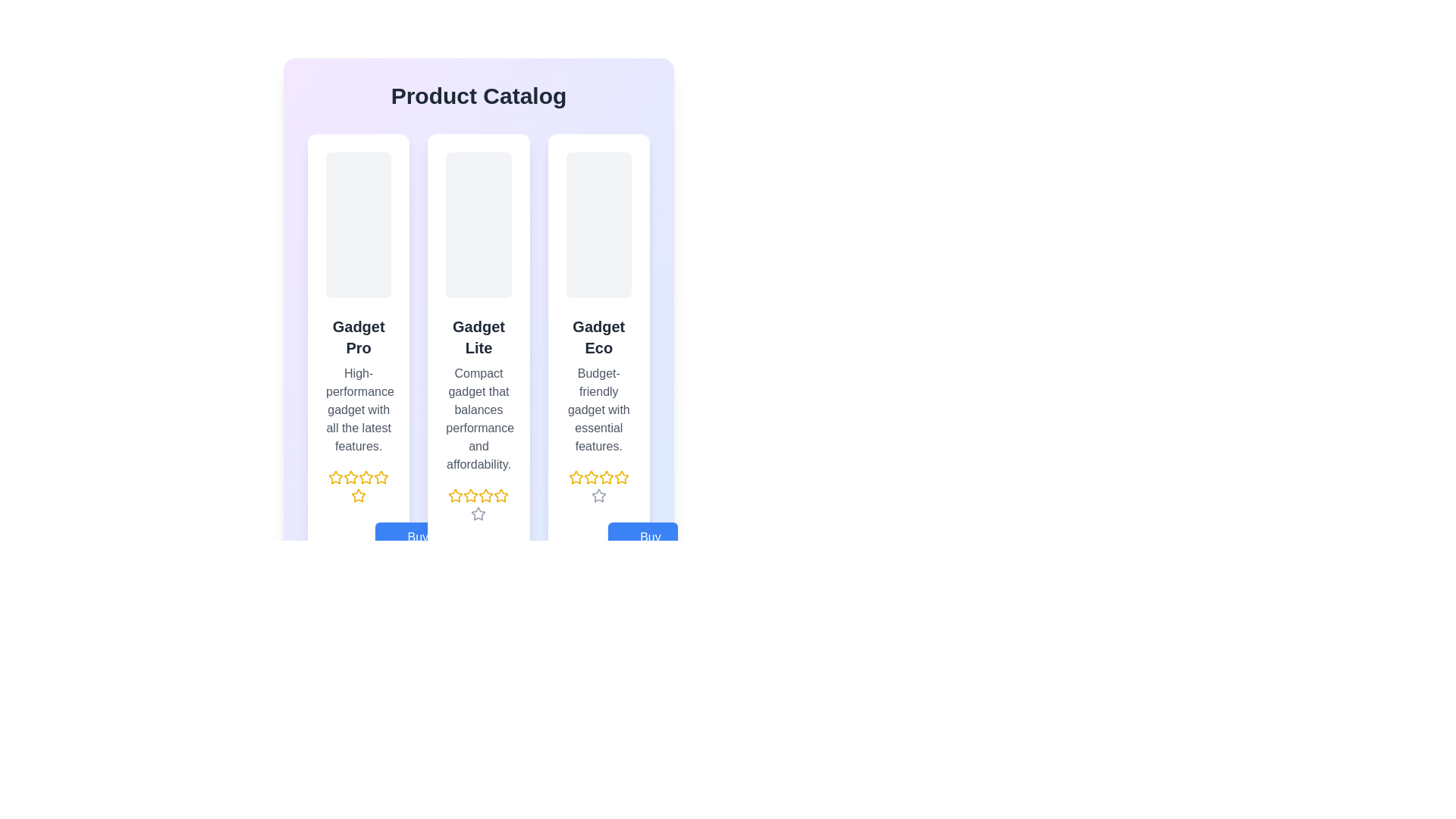 The width and height of the screenshot is (1456, 819). I want to click on text label displaying 'Gadget Eco', which is in a bold, large font styled in dark gray on a white background, positioned in the middle column of a three-column layout, so click(598, 336).